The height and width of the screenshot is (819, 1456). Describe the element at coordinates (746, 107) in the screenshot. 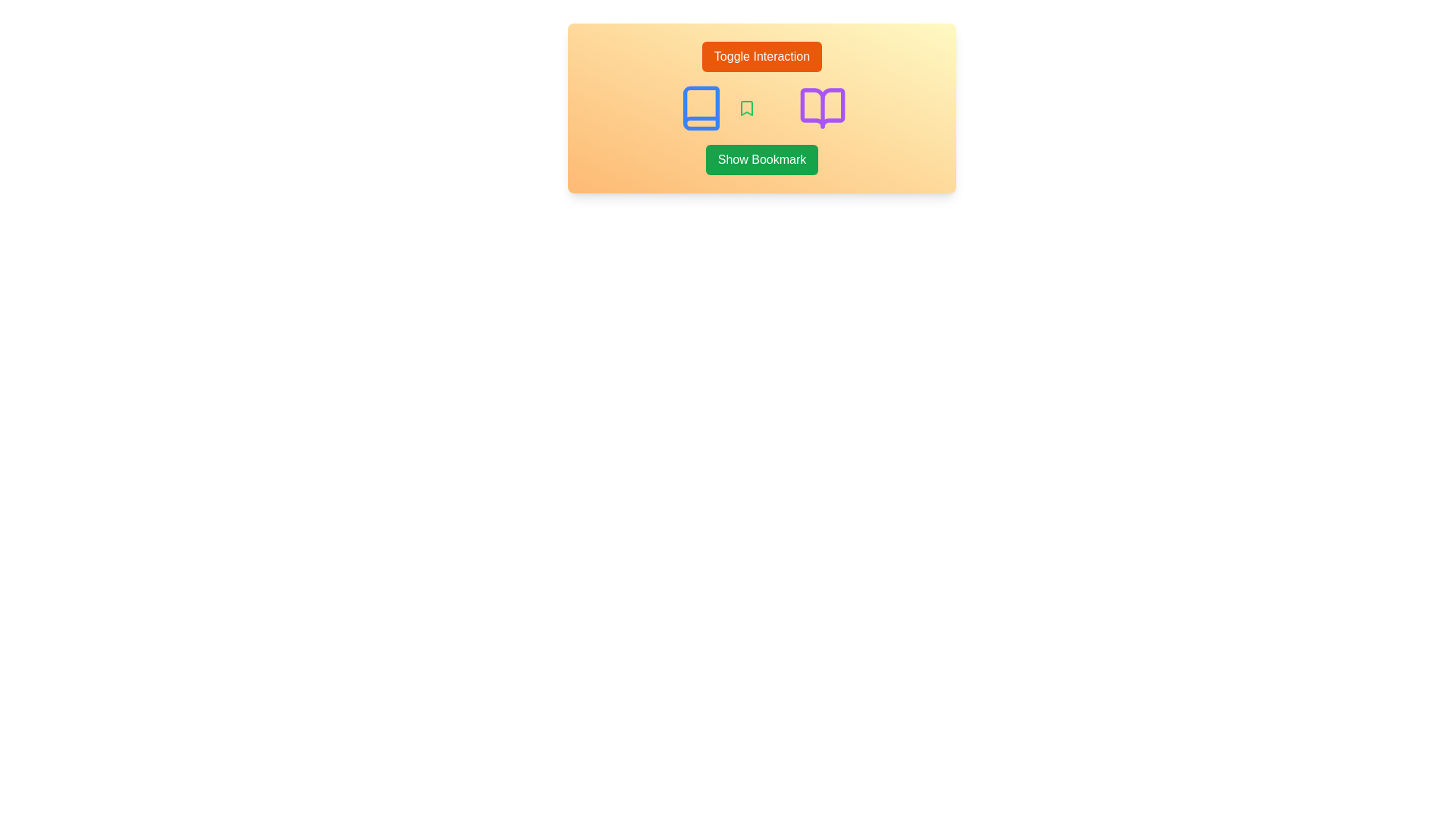

I see `the green-stroked bookmark icon located centrally in the three-column layout` at that location.